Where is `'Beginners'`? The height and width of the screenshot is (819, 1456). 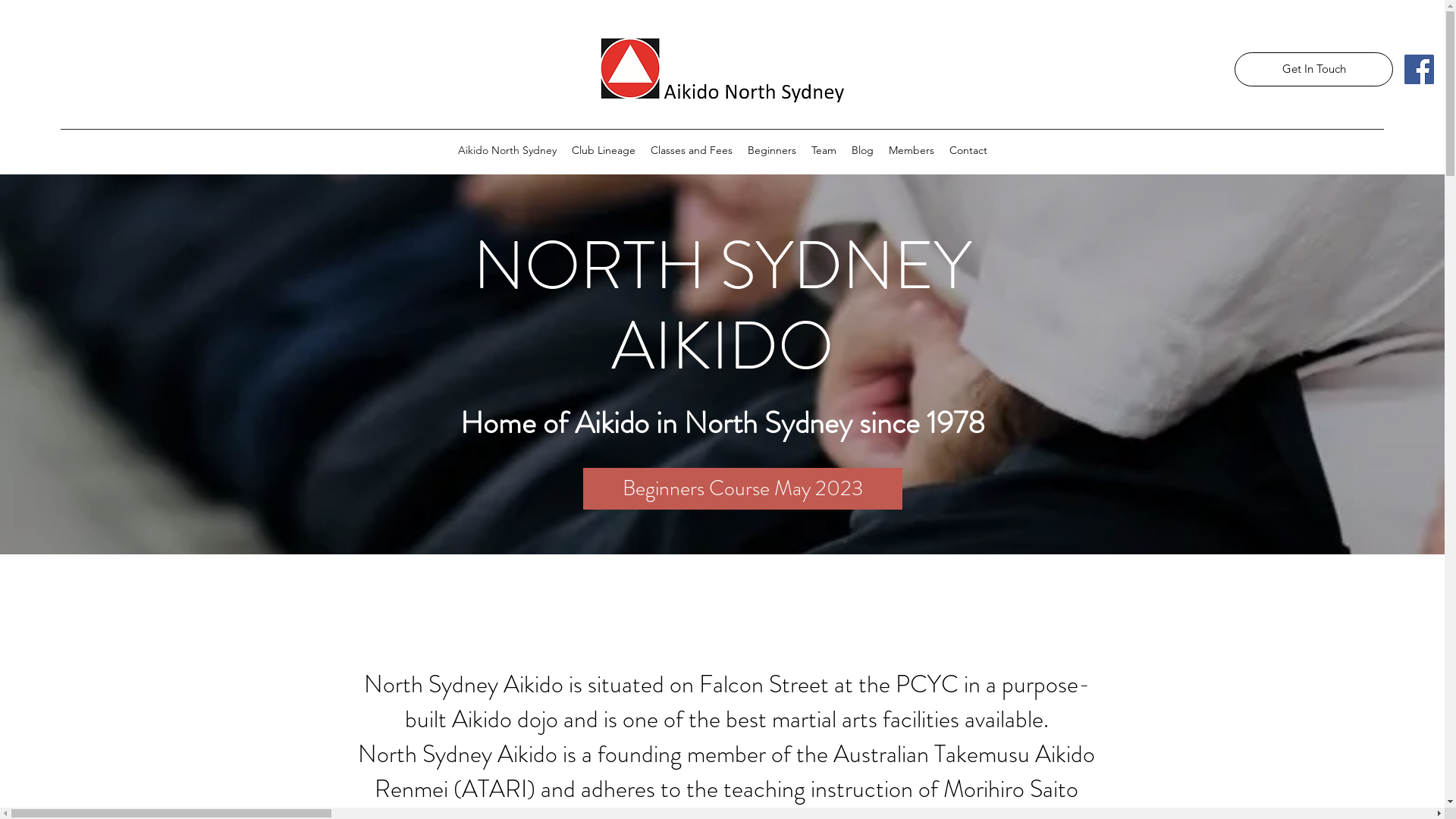
'Beginners' is located at coordinates (771, 150).